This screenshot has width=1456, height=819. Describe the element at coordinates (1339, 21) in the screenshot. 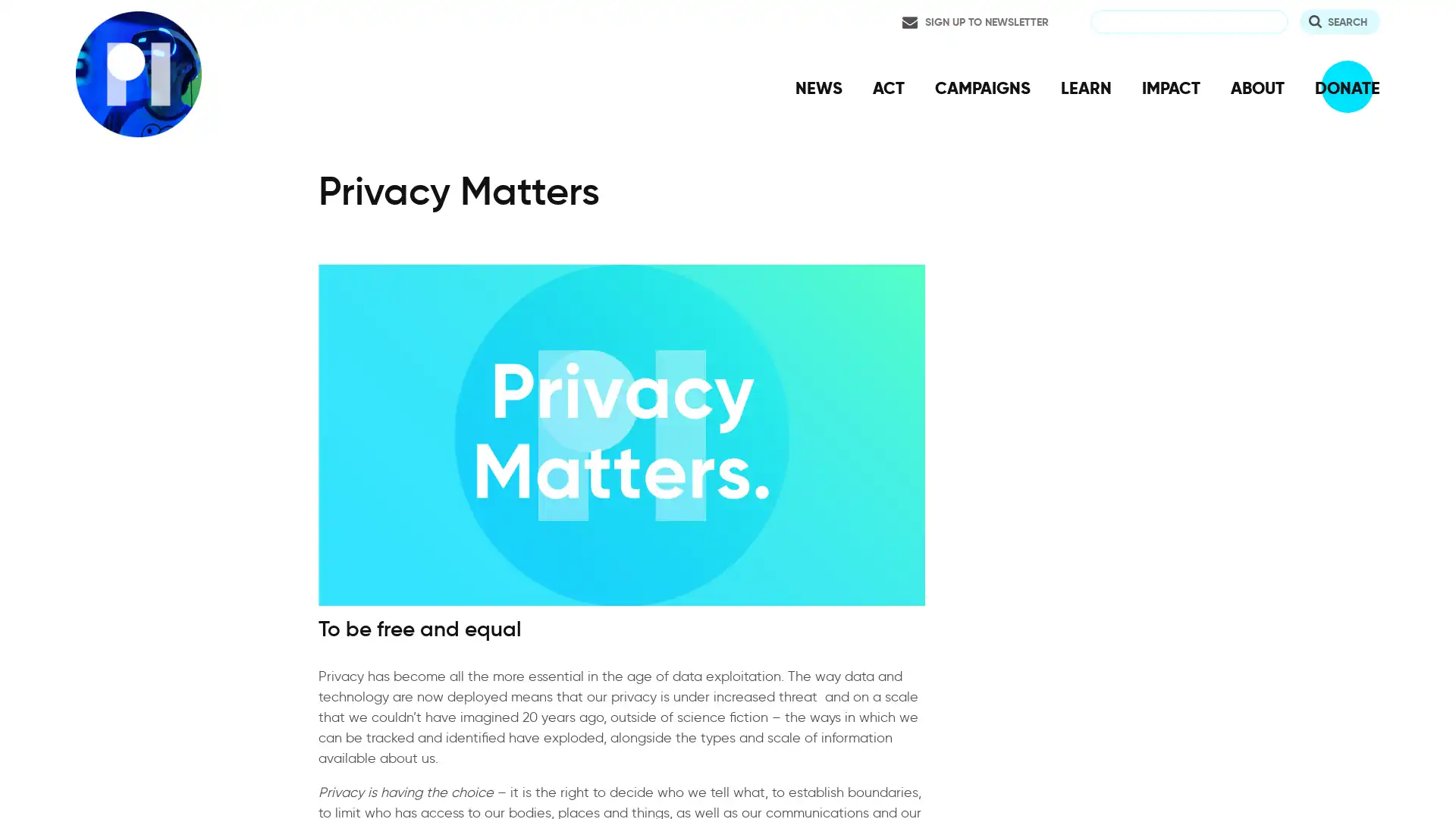

I see `Search` at that location.